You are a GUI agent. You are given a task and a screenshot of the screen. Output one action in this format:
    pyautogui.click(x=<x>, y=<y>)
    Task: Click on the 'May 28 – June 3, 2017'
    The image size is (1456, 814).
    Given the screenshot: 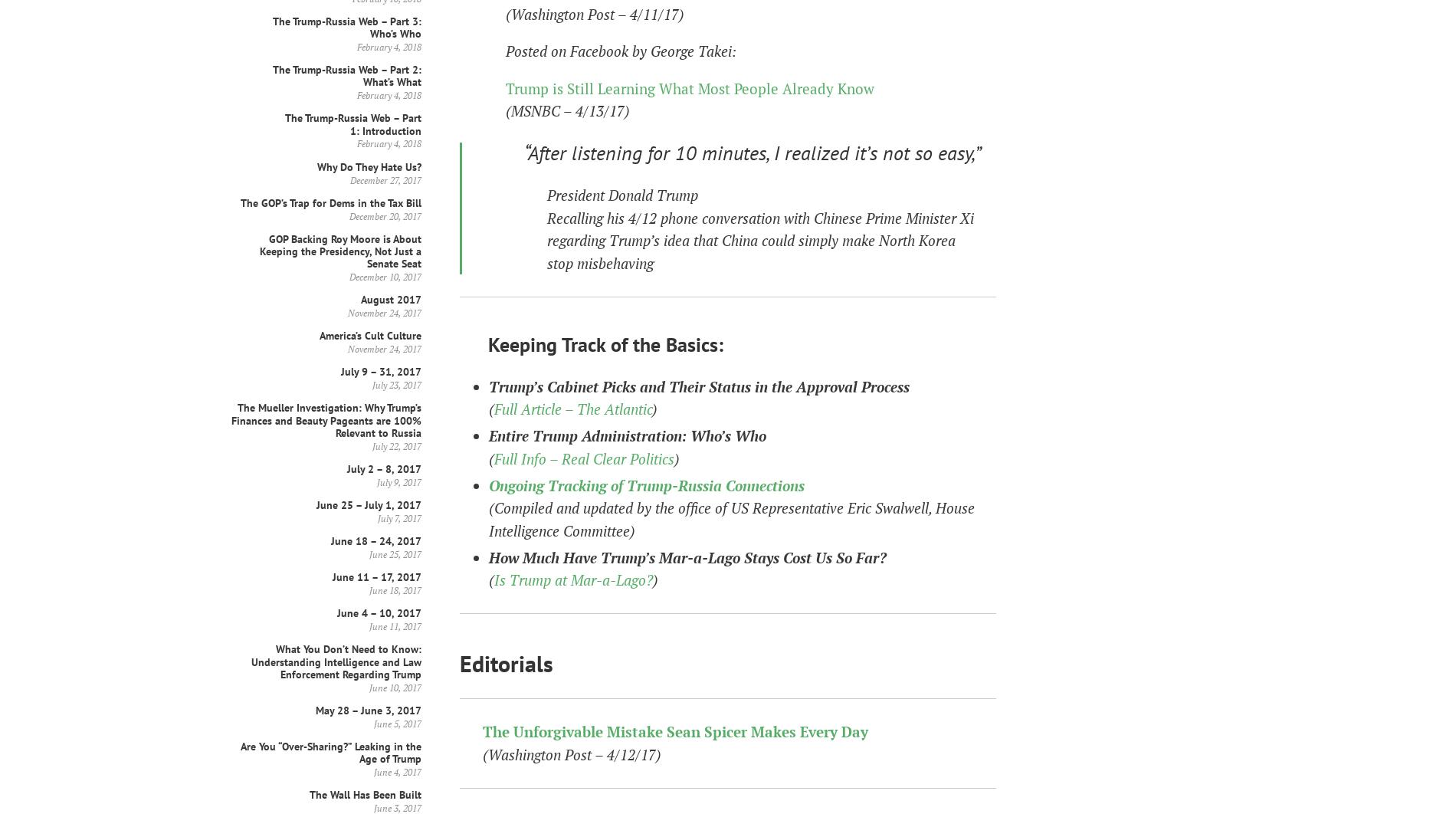 What is the action you would take?
    pyautogui.click(x=369, y=708)
    